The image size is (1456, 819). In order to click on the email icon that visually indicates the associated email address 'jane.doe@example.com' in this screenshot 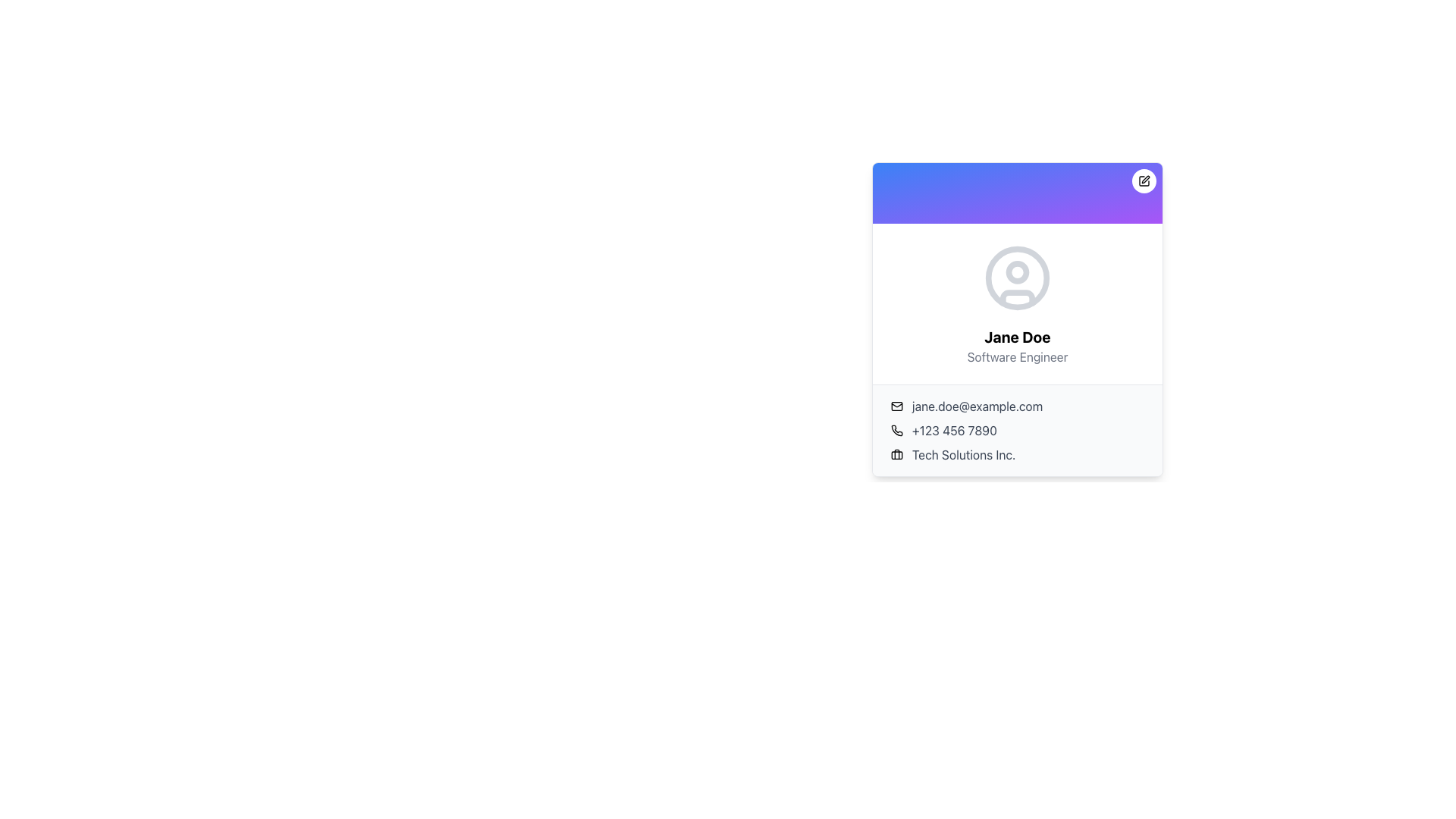, I will do `click(896, 406)`.